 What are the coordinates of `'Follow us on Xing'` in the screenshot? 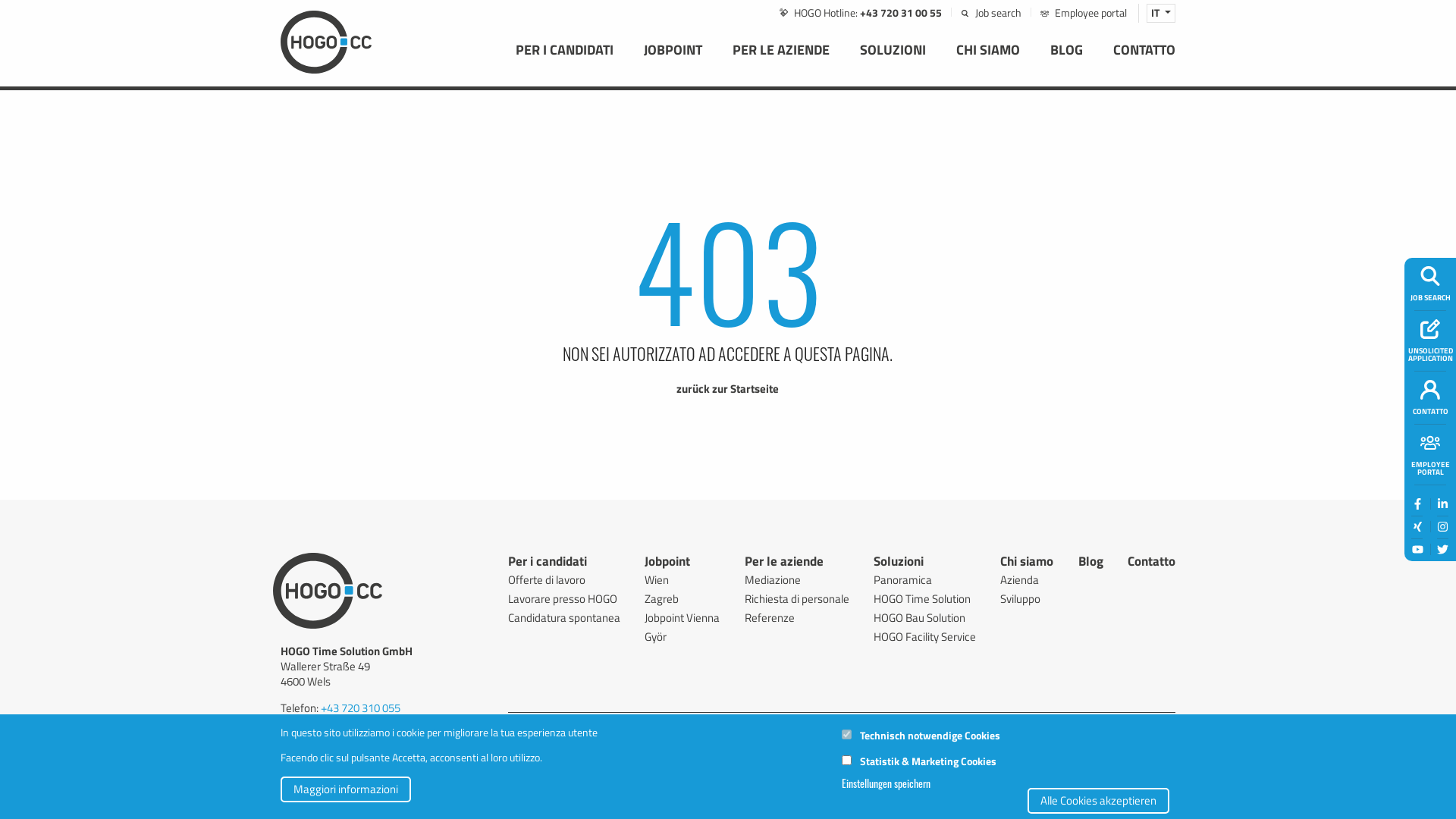 It's located at (1416, 526).